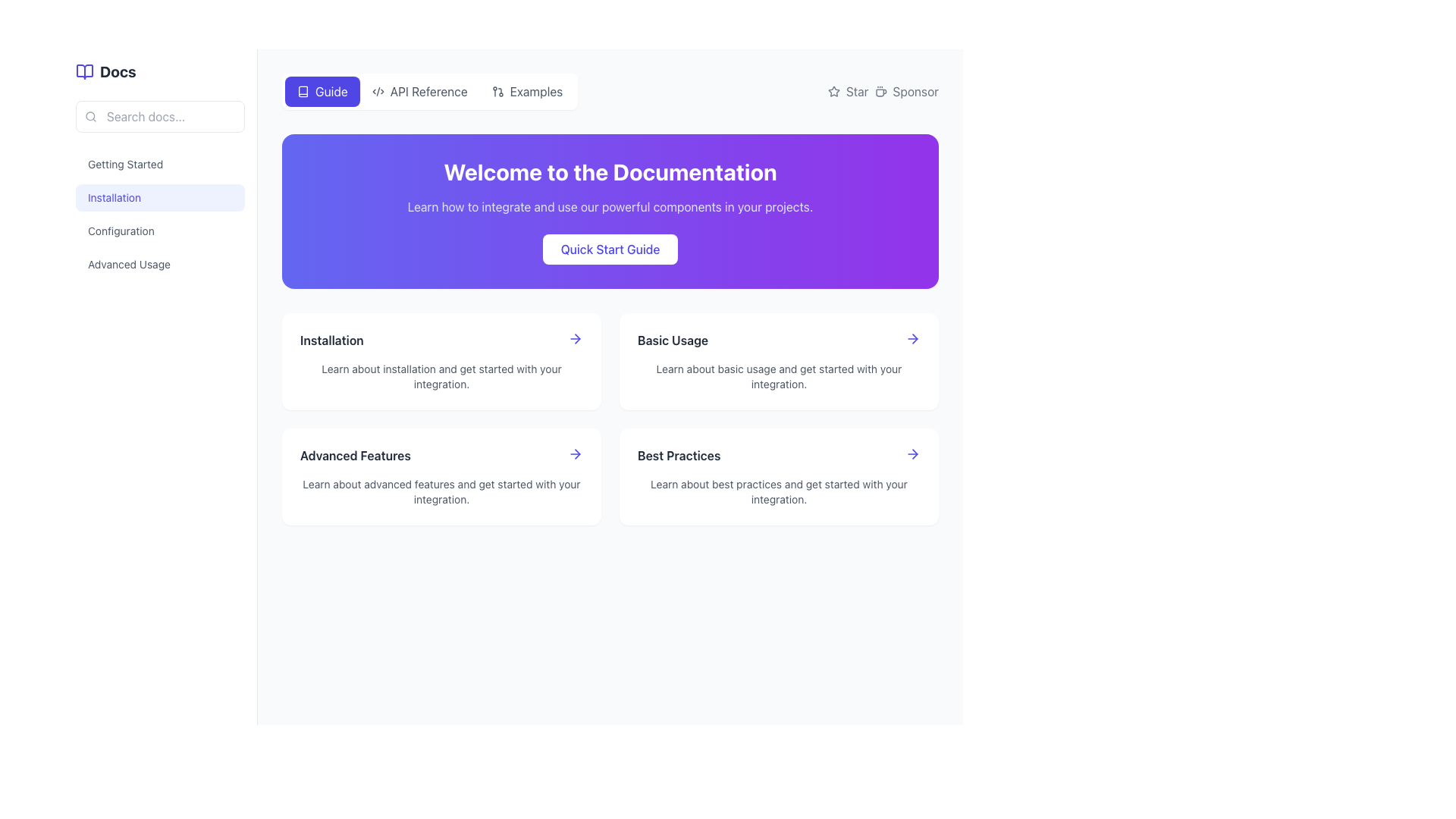 The image size is (1456, 819). Describe the element at coordinates (610, 248) in the screenshot. I see `the button labeled 'Quick Start Guide' with rounded corners, located below the subtitle 'Learn how to integrate and use our powerful components in your projects.'` at that location.